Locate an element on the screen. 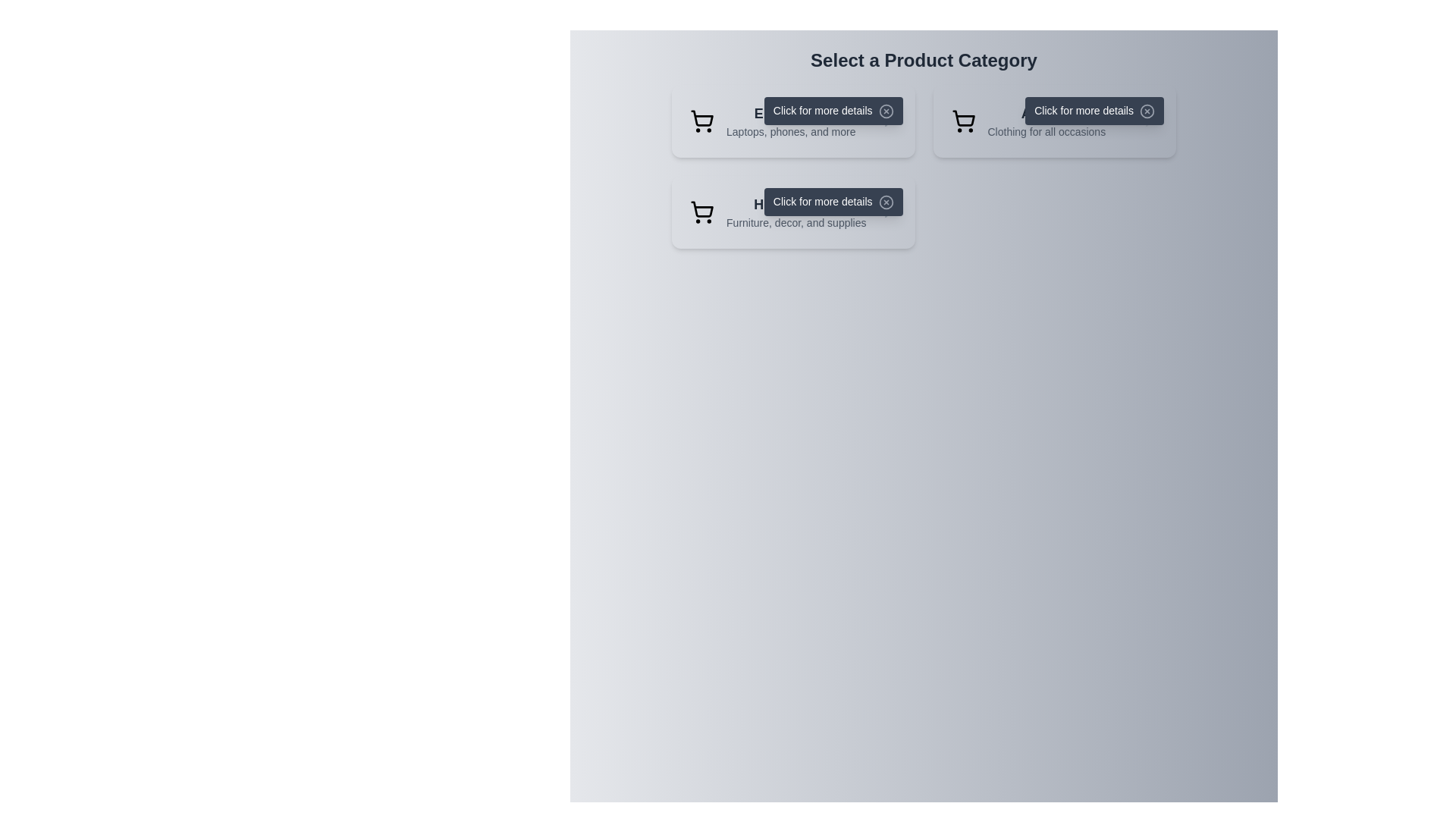 The image size is (1456, 819). the 'Home Goods' text description element, which is styled with a bold first line and a regular second line, located within a light green rounded rectangle in the third card of the product categories grid is located at coordinates (795, 212).